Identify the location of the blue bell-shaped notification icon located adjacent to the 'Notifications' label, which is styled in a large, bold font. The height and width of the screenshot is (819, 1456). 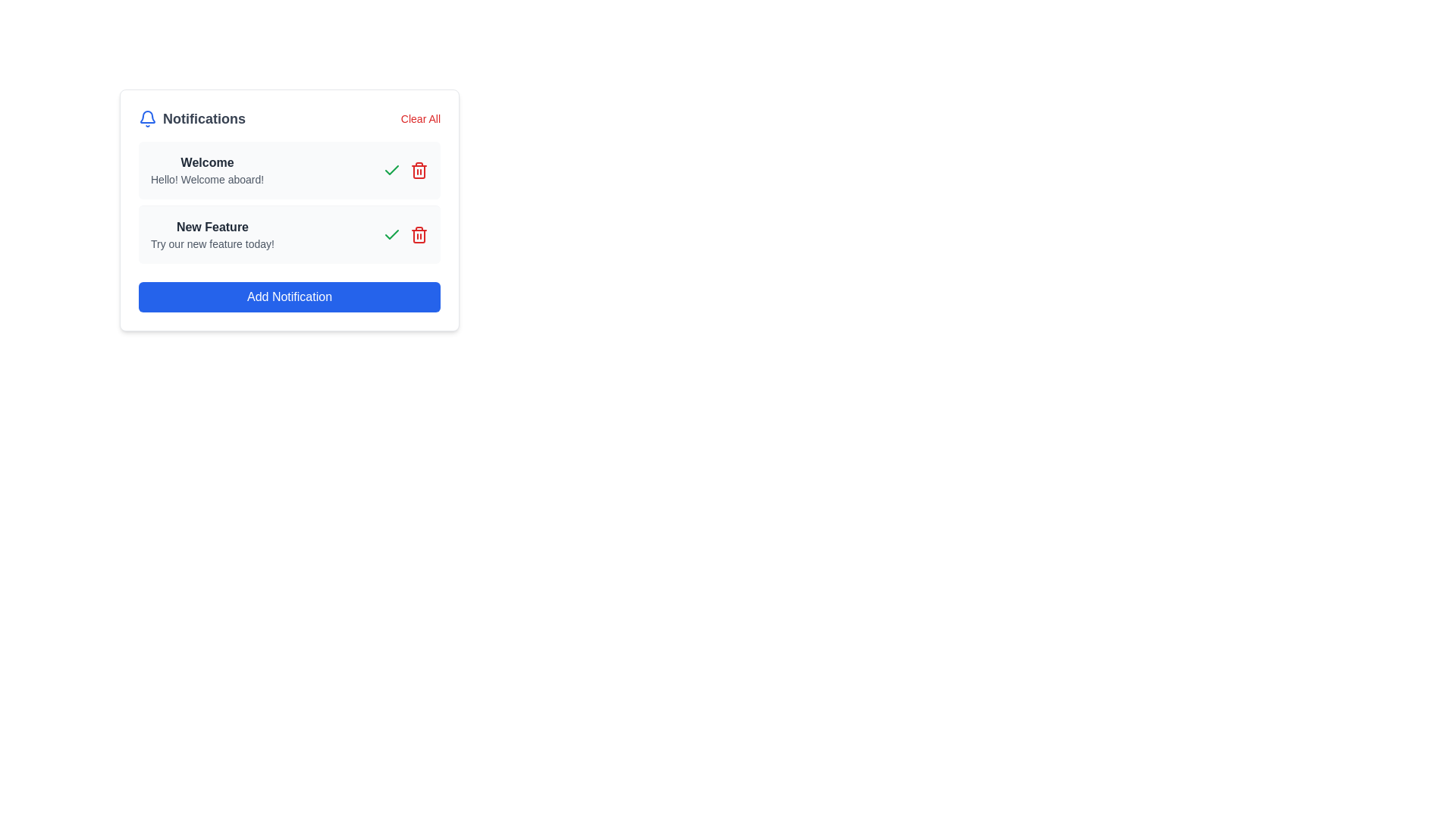
(148, 118).